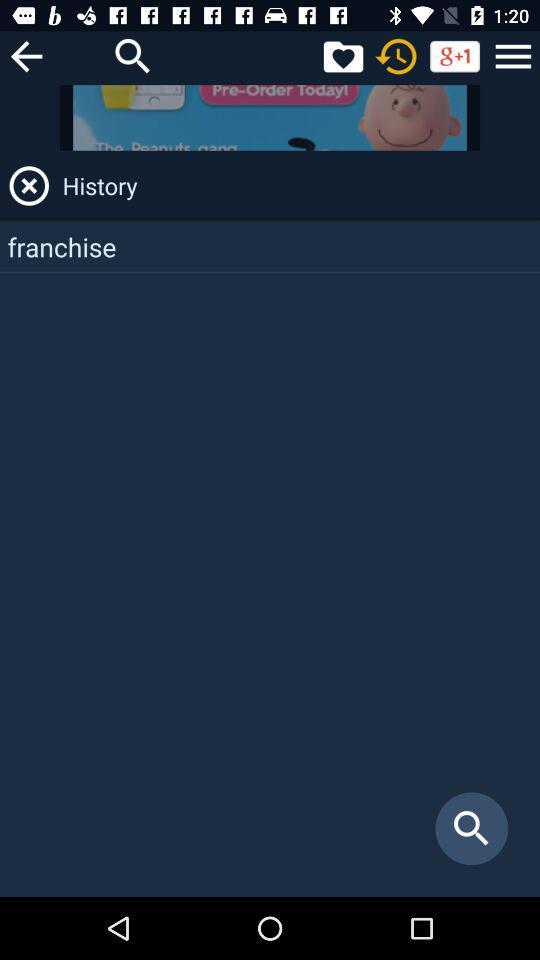 The width and height of the screenshot is (540, 960). I want to click on item to the left of history, so click(28, 186).